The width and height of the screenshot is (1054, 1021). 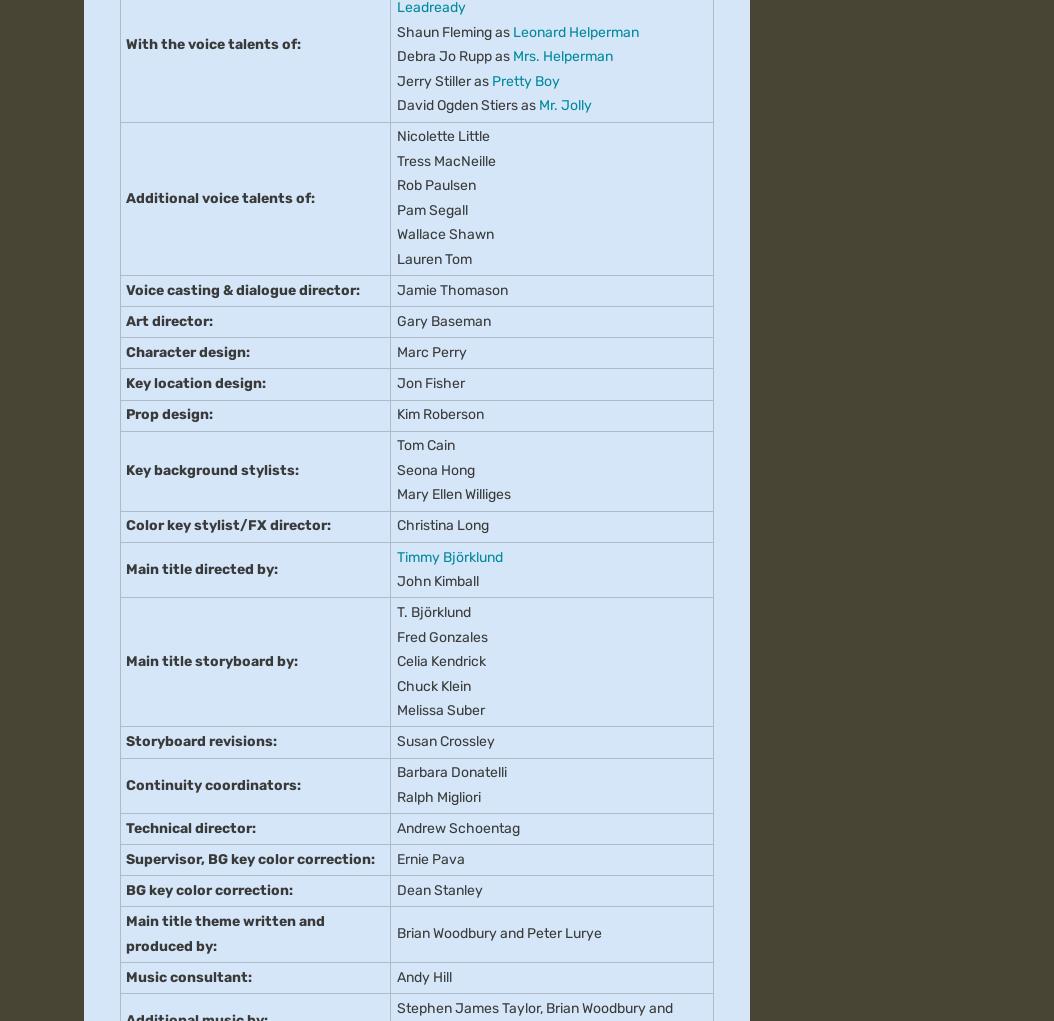 I want to click on 'Terms of Use', so click(x=473, y=151).